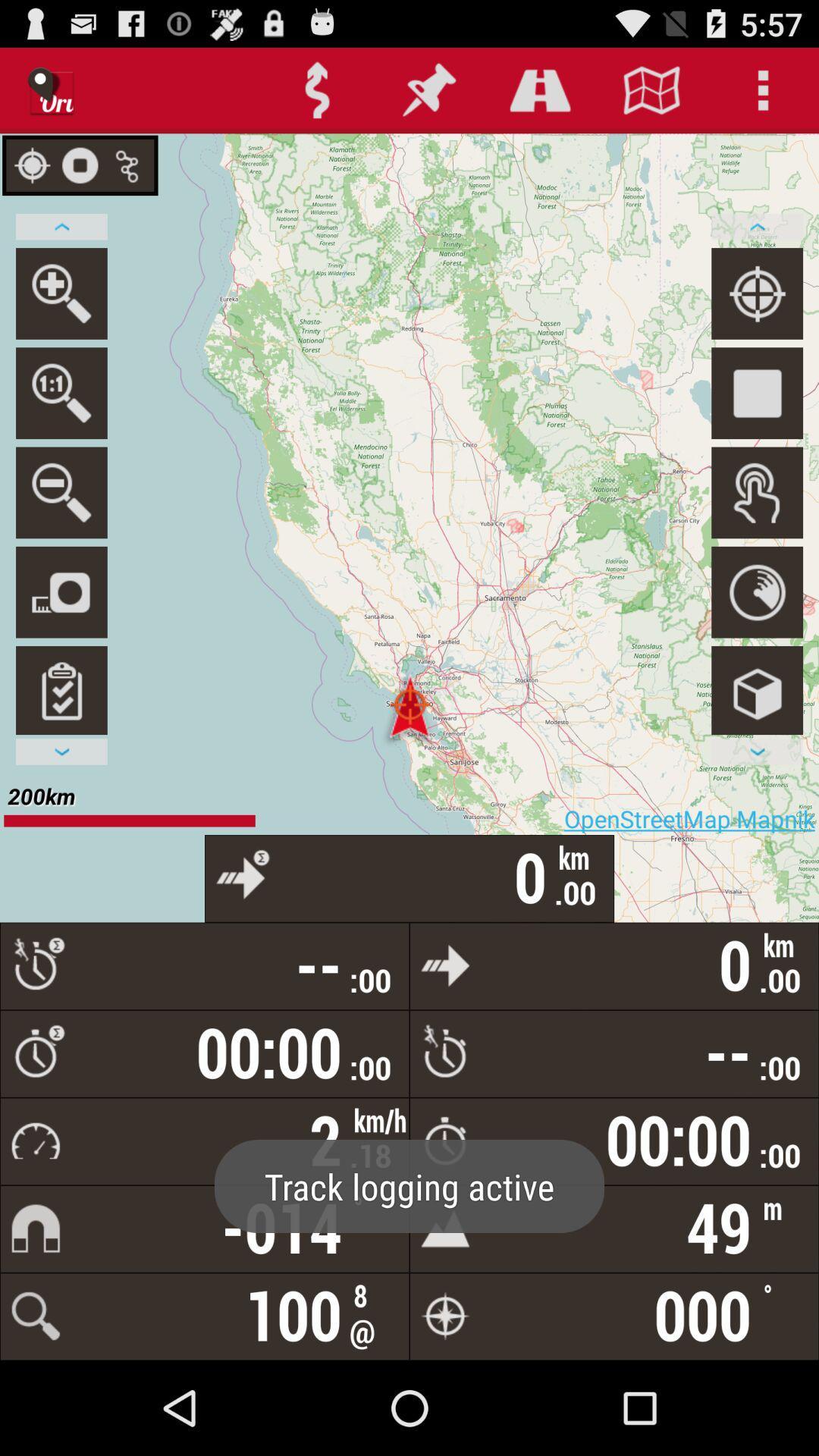 This screenshot has width=819, height=1456. I want to click on the zoom_out icon, so click(61, 527).